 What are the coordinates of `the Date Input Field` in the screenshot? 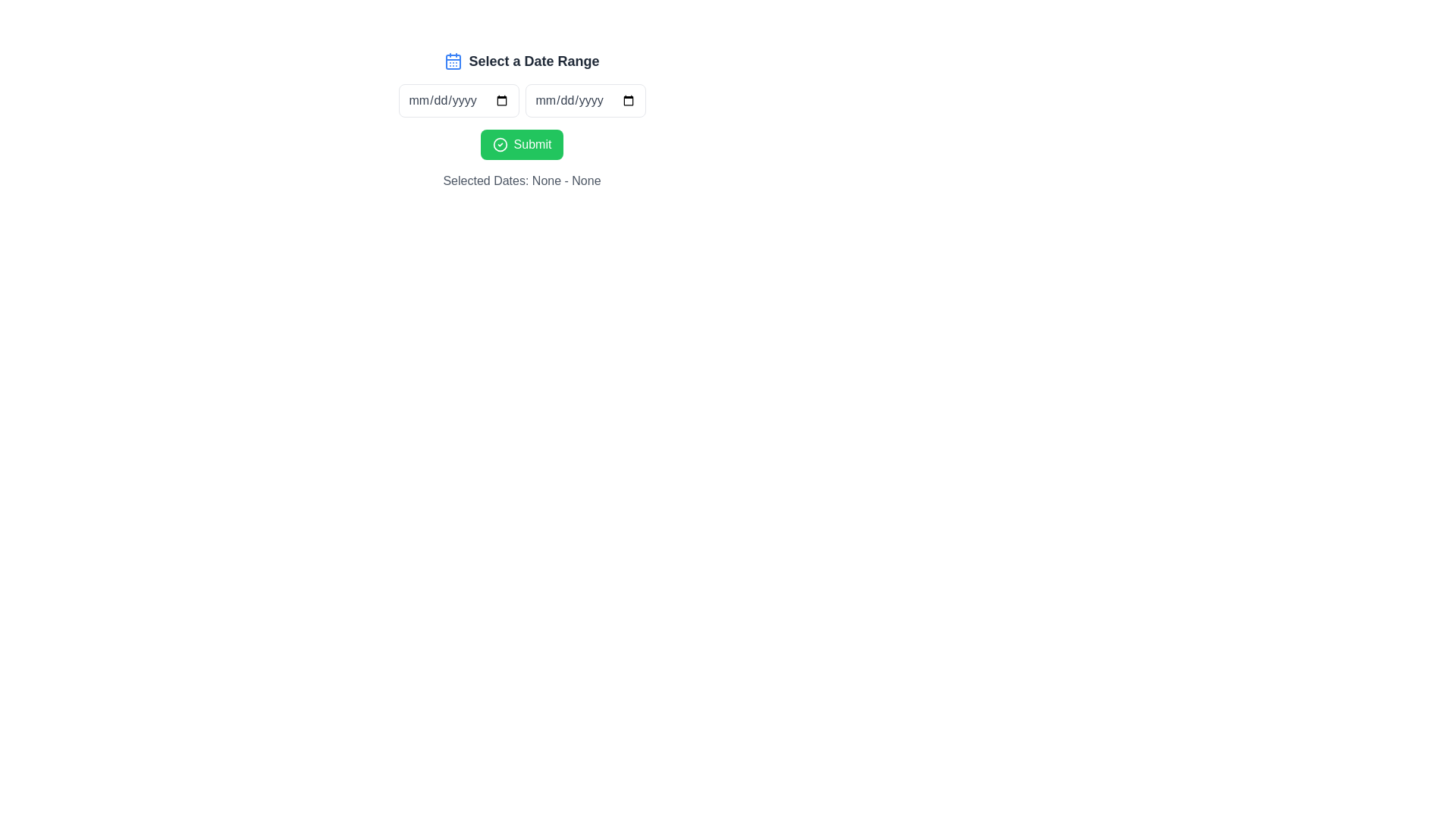 It's located at (457, 100).